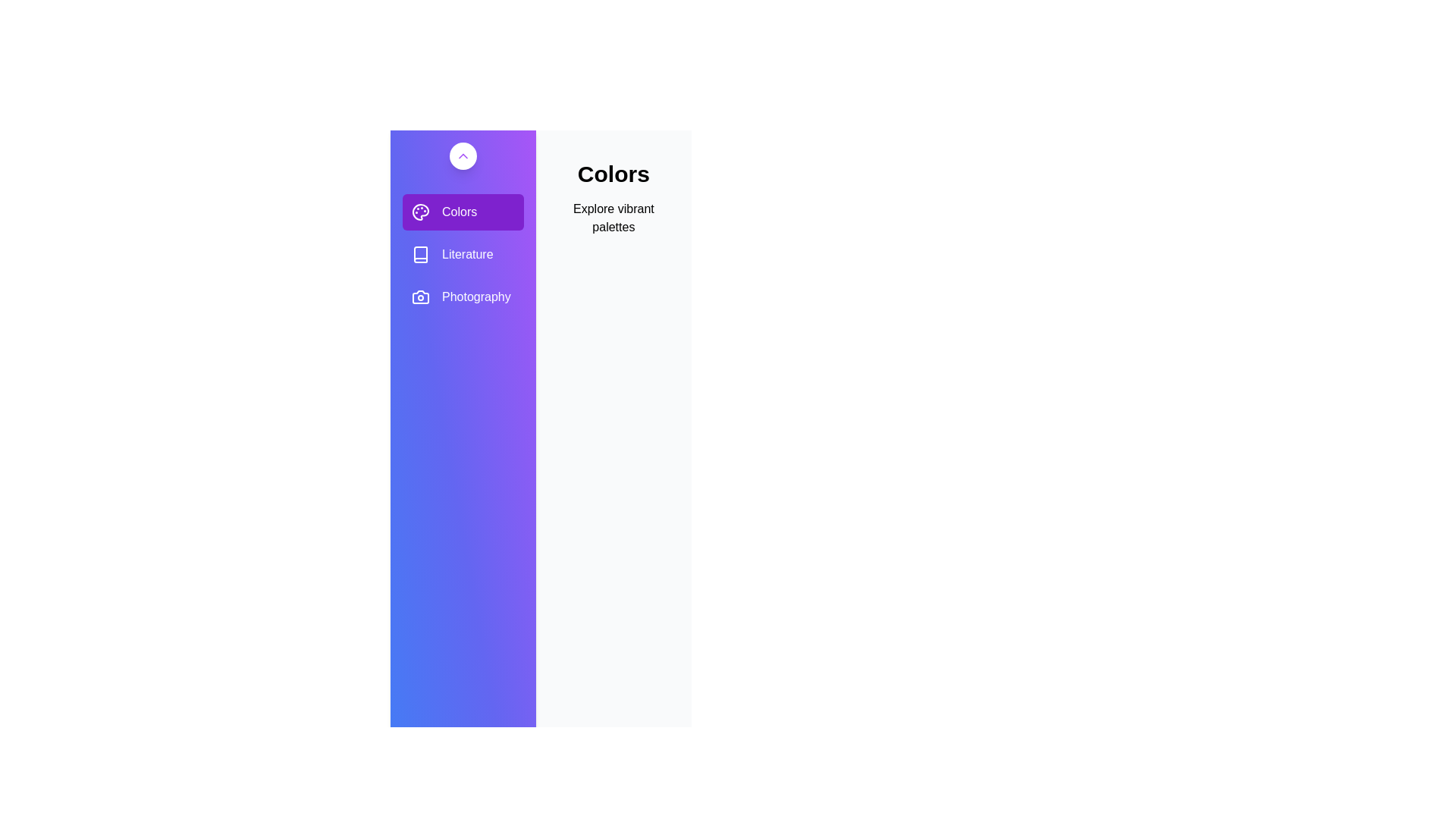 This screenshot has width=1456, height=819. I want to click on button with the arrow icon to toggle the drawer, so click(462, 155).